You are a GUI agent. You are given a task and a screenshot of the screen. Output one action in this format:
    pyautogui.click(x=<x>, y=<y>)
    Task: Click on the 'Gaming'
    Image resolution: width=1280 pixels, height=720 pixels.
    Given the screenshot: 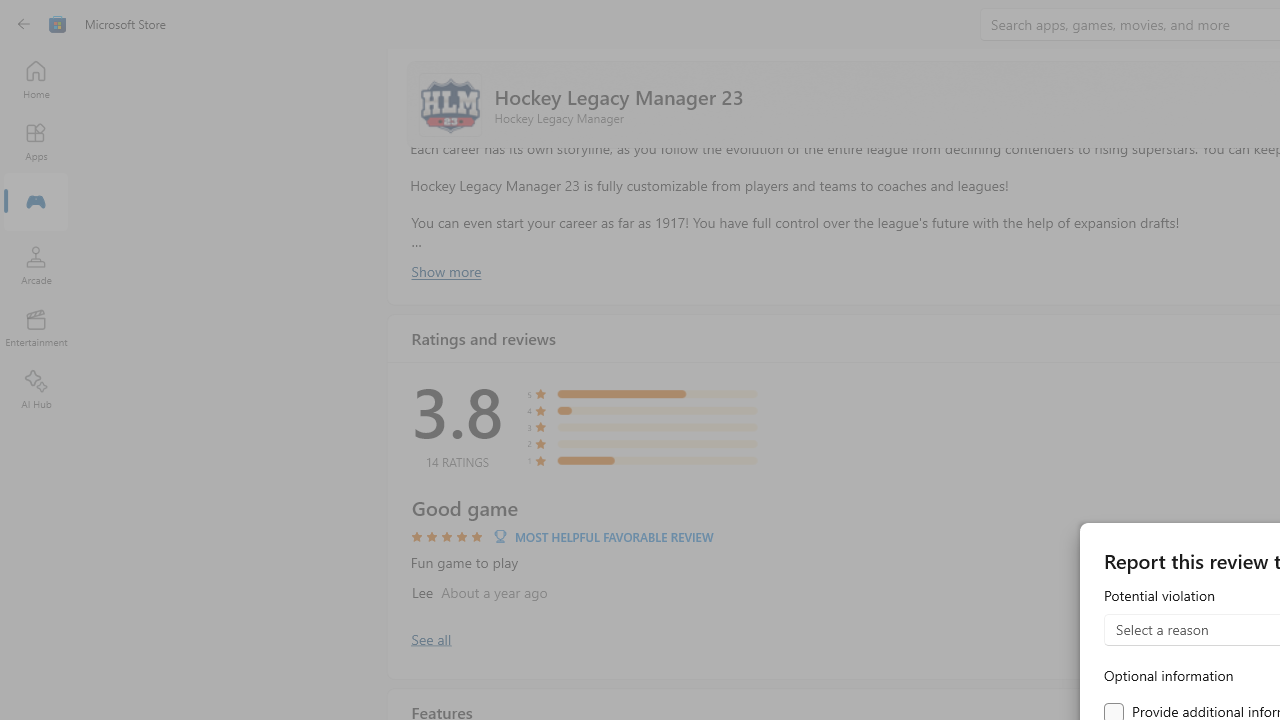 What is the action you would take?
    pyautogui.click(x=35, y=203)
    